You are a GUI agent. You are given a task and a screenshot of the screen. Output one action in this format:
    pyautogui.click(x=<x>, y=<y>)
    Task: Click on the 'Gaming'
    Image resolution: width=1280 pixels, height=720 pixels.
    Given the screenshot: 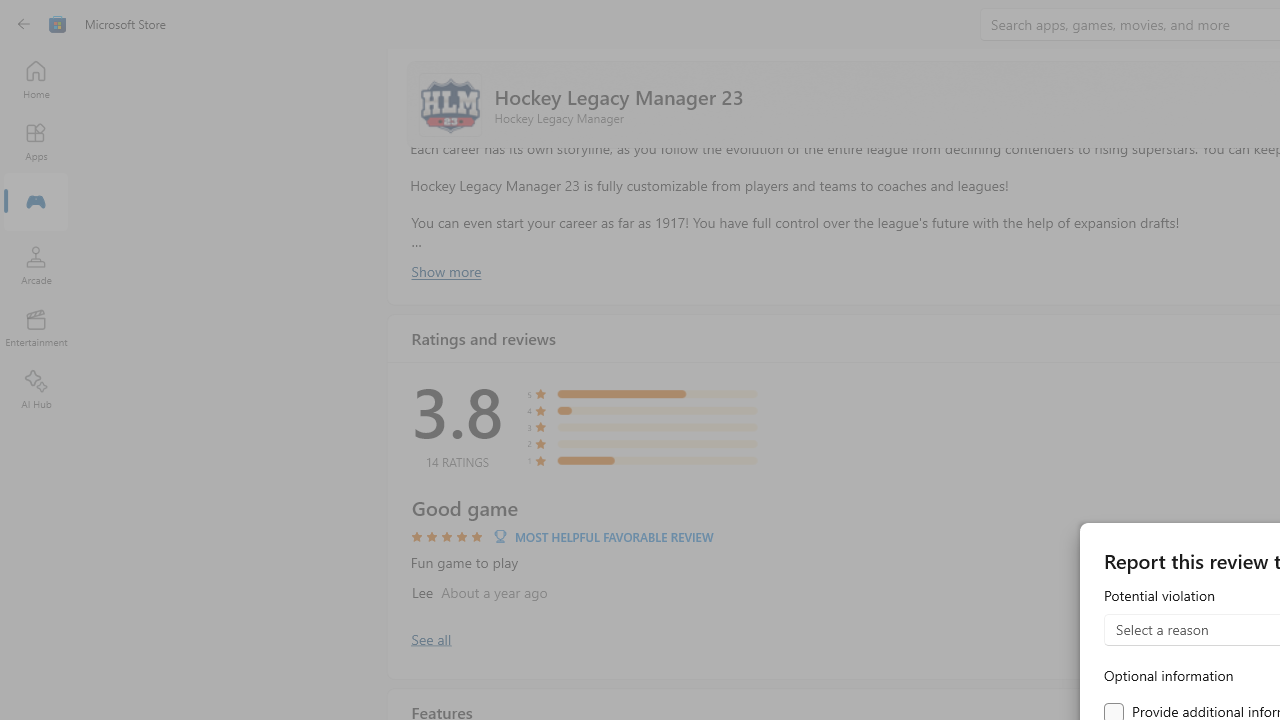 What is the action you would take?
    pyautogui.click(x=35, y=203)
    